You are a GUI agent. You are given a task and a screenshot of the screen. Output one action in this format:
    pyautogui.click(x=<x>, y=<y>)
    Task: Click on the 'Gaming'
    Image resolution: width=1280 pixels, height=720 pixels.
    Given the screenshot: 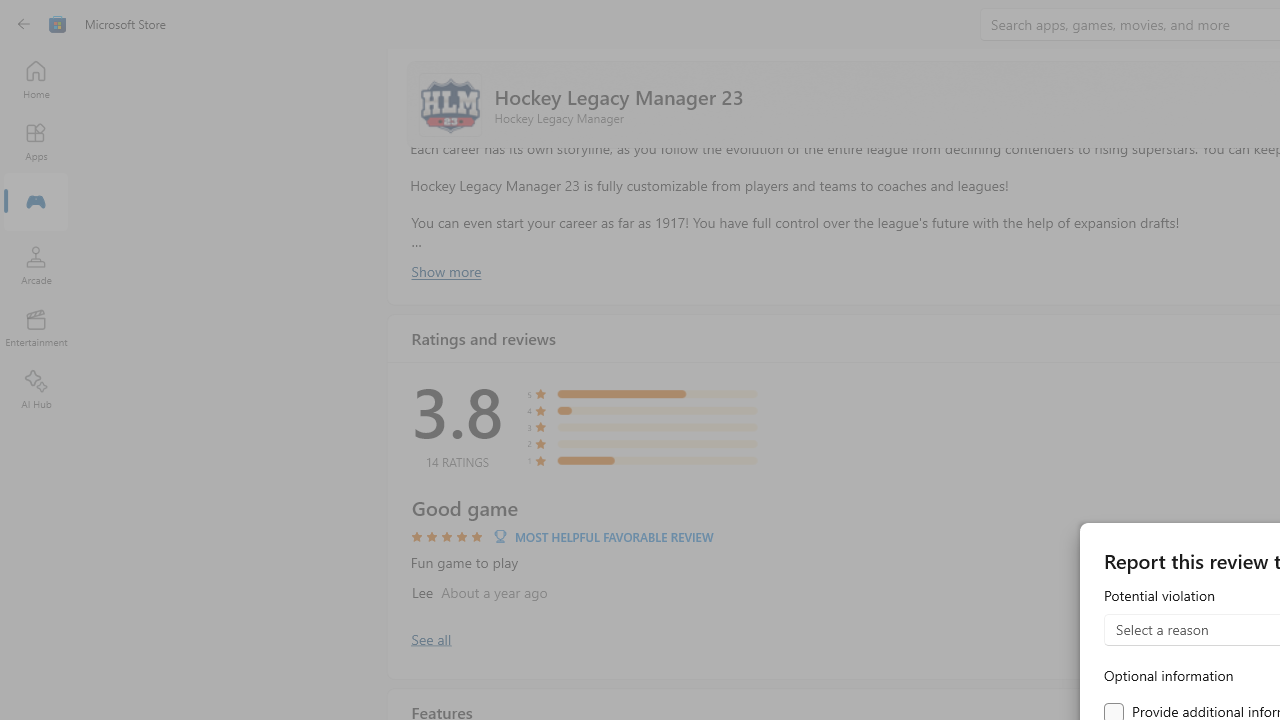 What is the action you would take?
    pyautogui.click(x=35, y=203)
    